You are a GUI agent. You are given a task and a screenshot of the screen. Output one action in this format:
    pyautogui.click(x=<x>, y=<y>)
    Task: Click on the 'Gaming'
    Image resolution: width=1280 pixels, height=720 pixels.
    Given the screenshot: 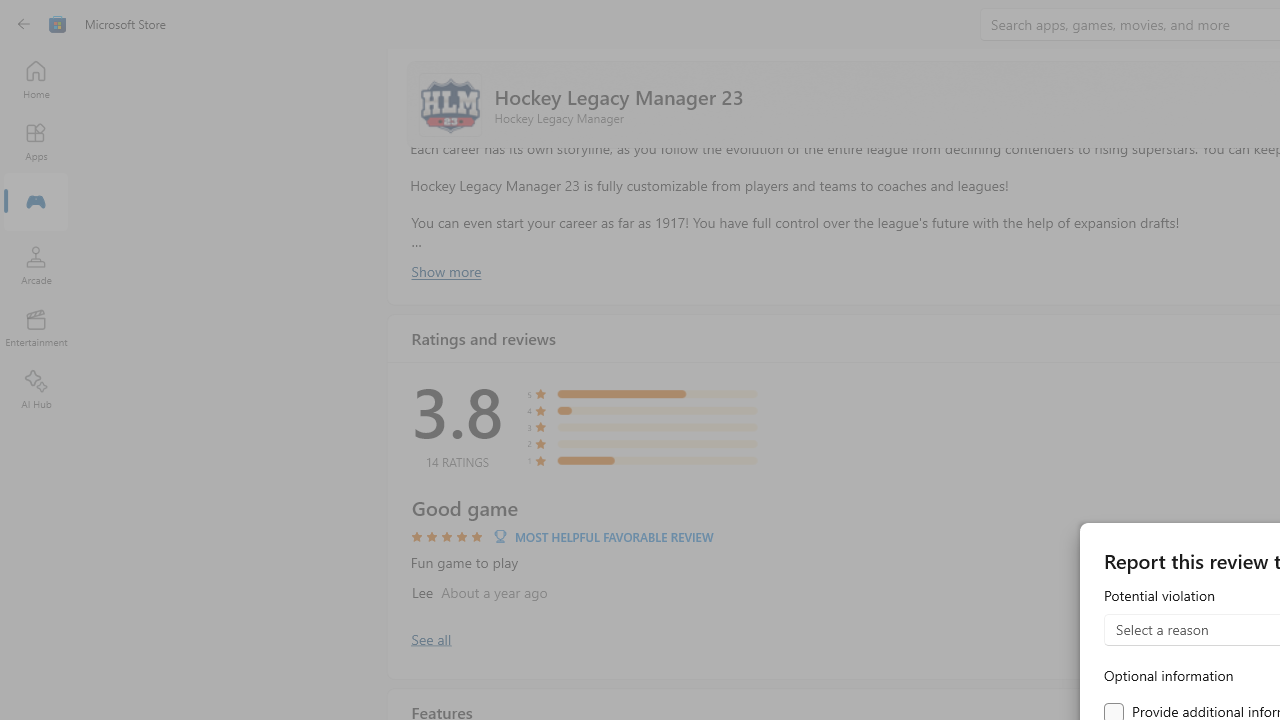 What is the action you would take?
    pyautogui.click(x=35, y=203)
    